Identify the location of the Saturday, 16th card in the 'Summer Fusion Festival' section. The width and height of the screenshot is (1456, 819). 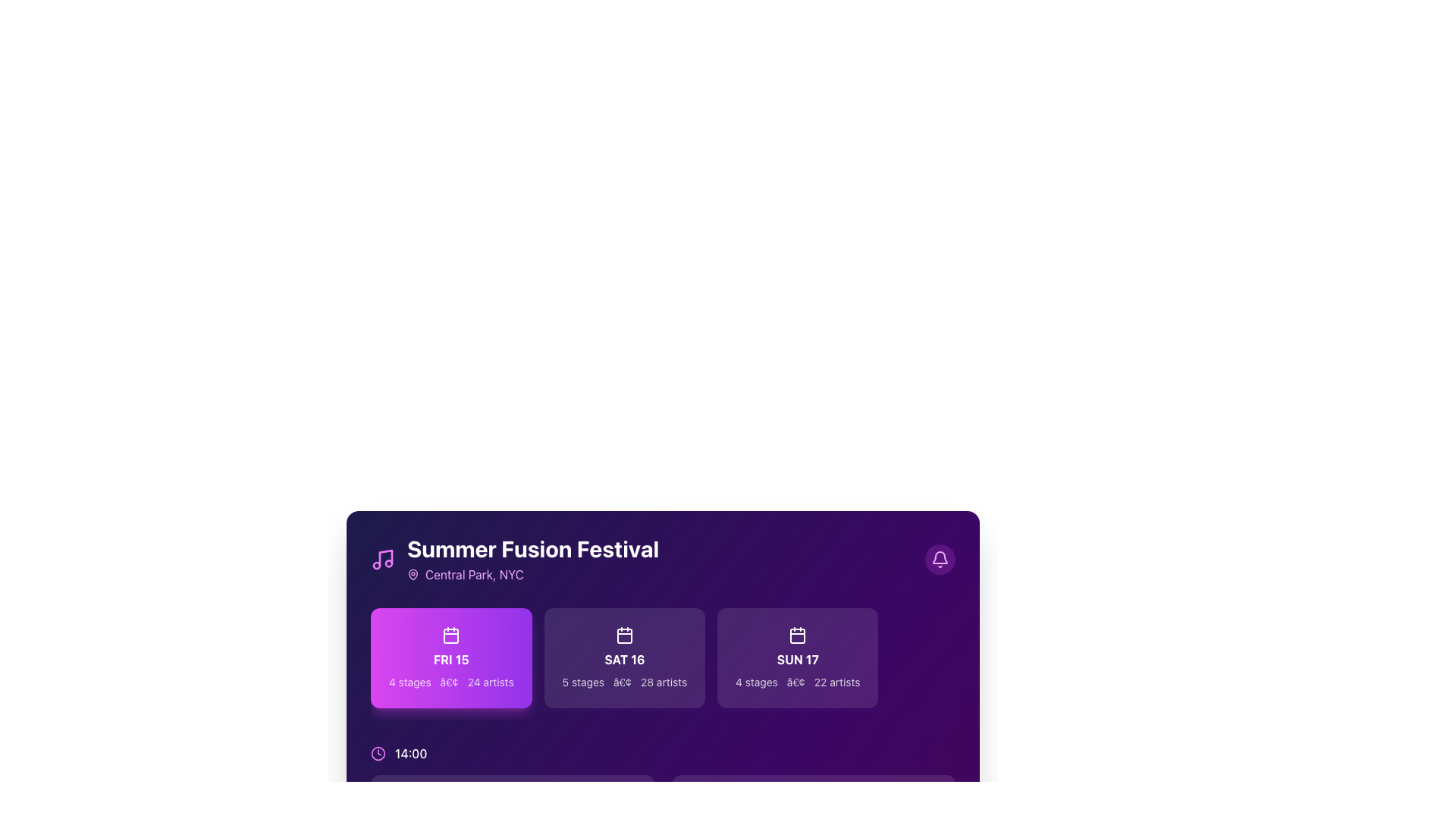
(624, 657).